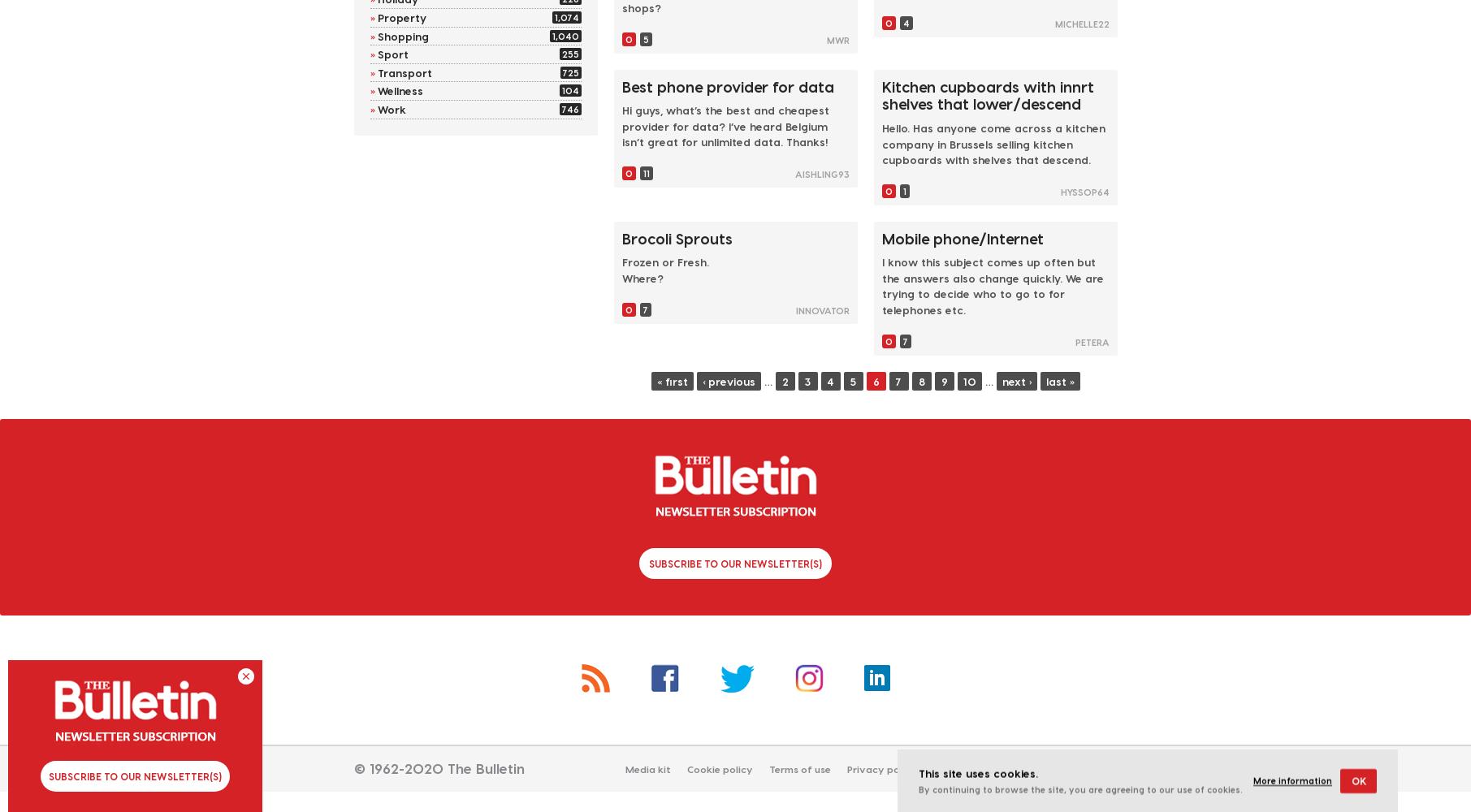 This screenshot has height=812, width=1471. What do you see at coordinates (958, 768) in the screenshot?
I see `'Contact us'` at bounding box center [958, 768].